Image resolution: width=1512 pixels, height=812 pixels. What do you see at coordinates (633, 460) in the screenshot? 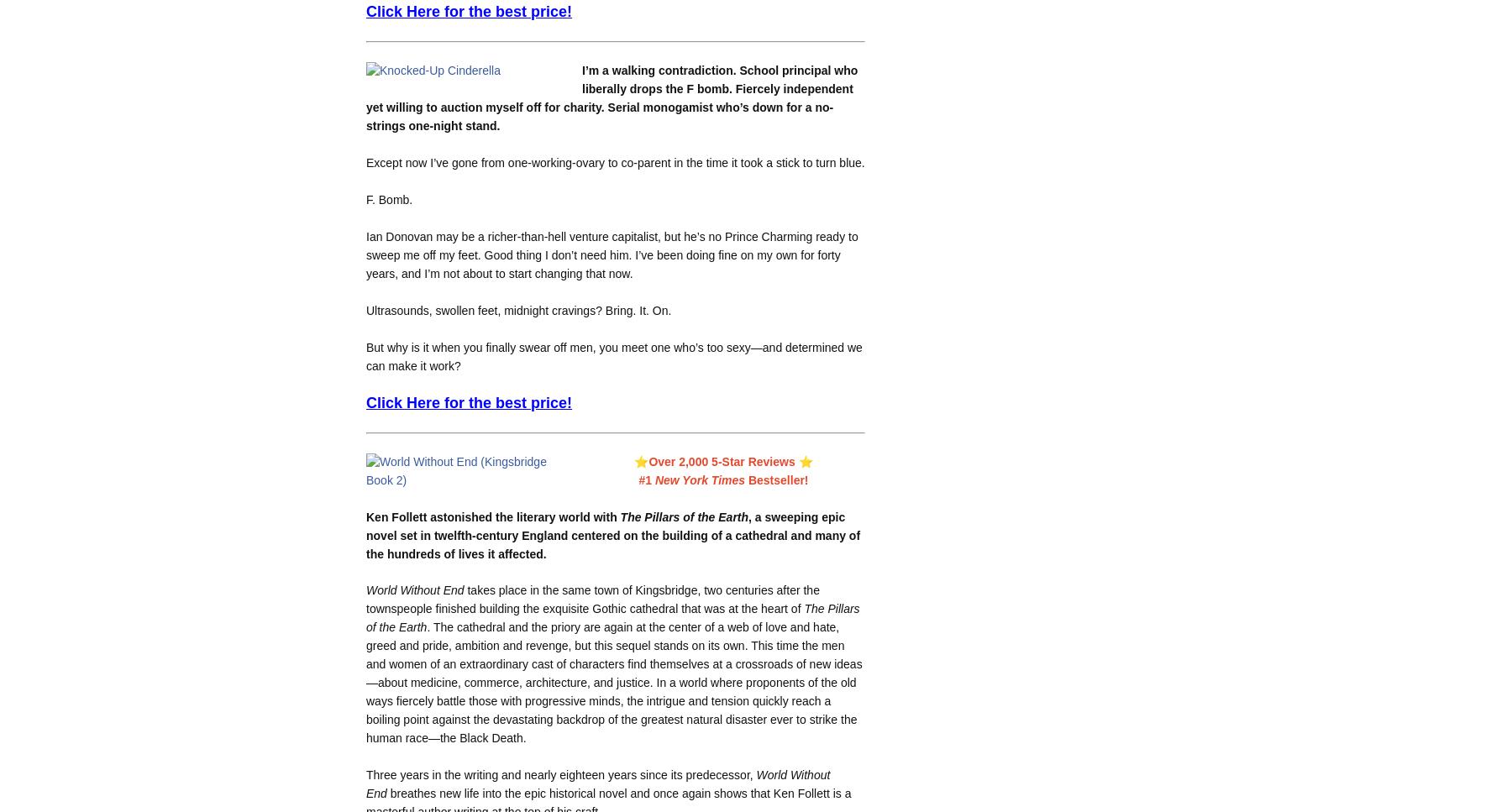
I see `'⭐Over 2,000 5-Star Reviews ⭐'` at bounding box center [633, 460].